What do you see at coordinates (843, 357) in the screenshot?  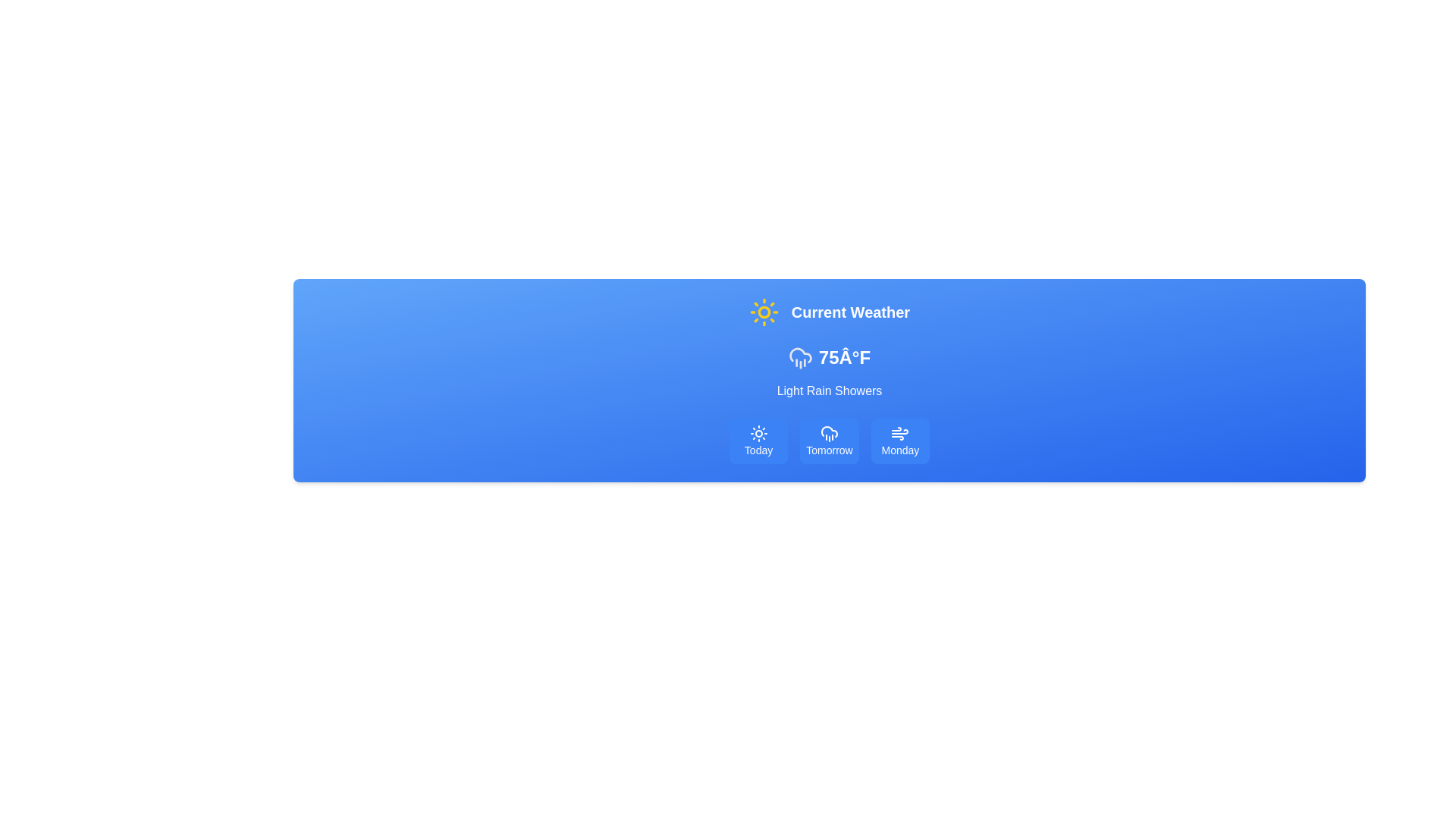 I see `the static text element displaying '75°F' in large, bold font, which is located centrally within the blue weather display card` at bounding box center [843, 357].